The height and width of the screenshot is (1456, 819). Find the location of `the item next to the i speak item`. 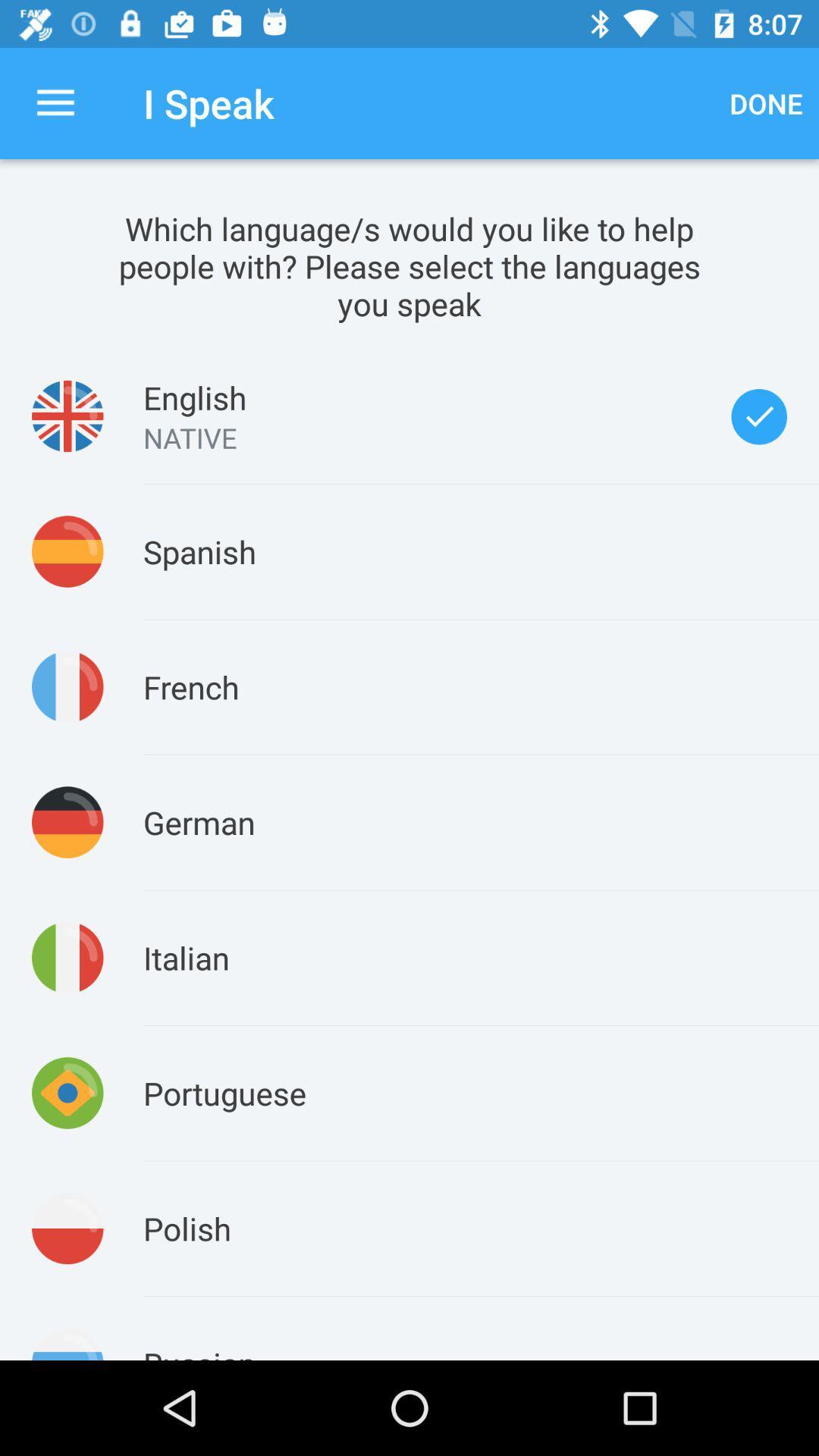

the item next to the i speak item is located at coordinates (55, 102).